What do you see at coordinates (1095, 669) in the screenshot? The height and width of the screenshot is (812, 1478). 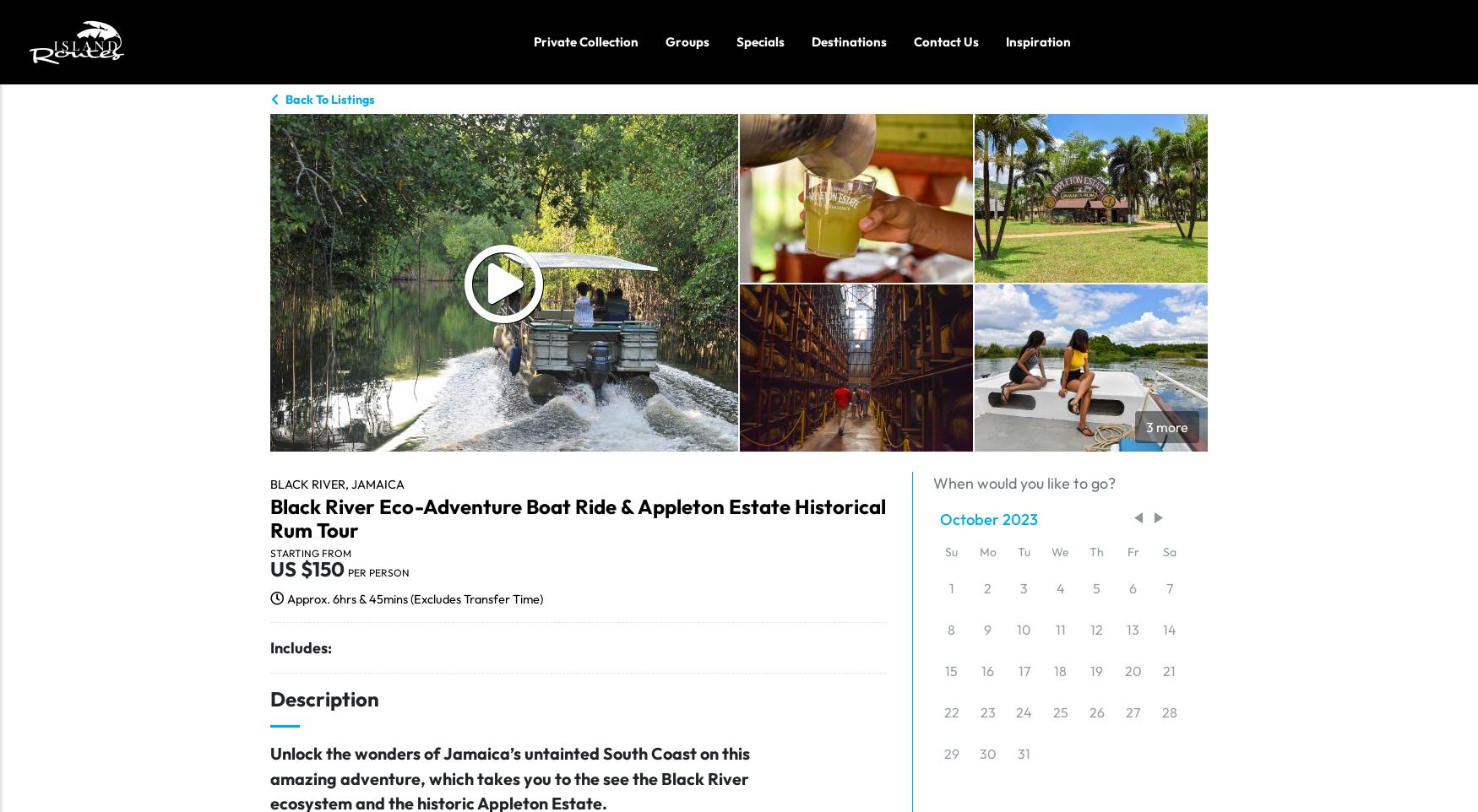 I see `'19'` at bounding box center [1095, 669].